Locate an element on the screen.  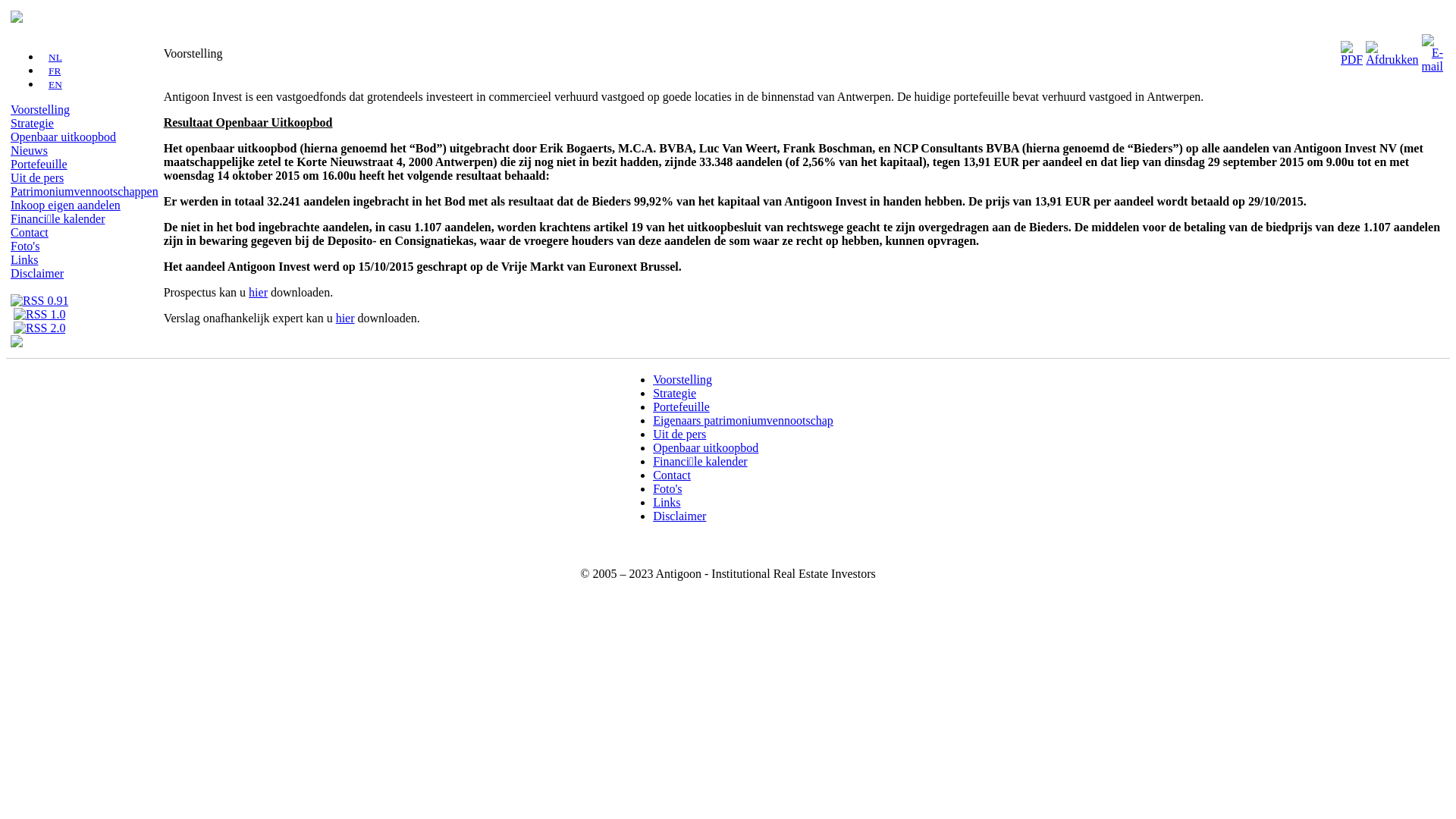
'NL' is located at coordinates (51, 56).